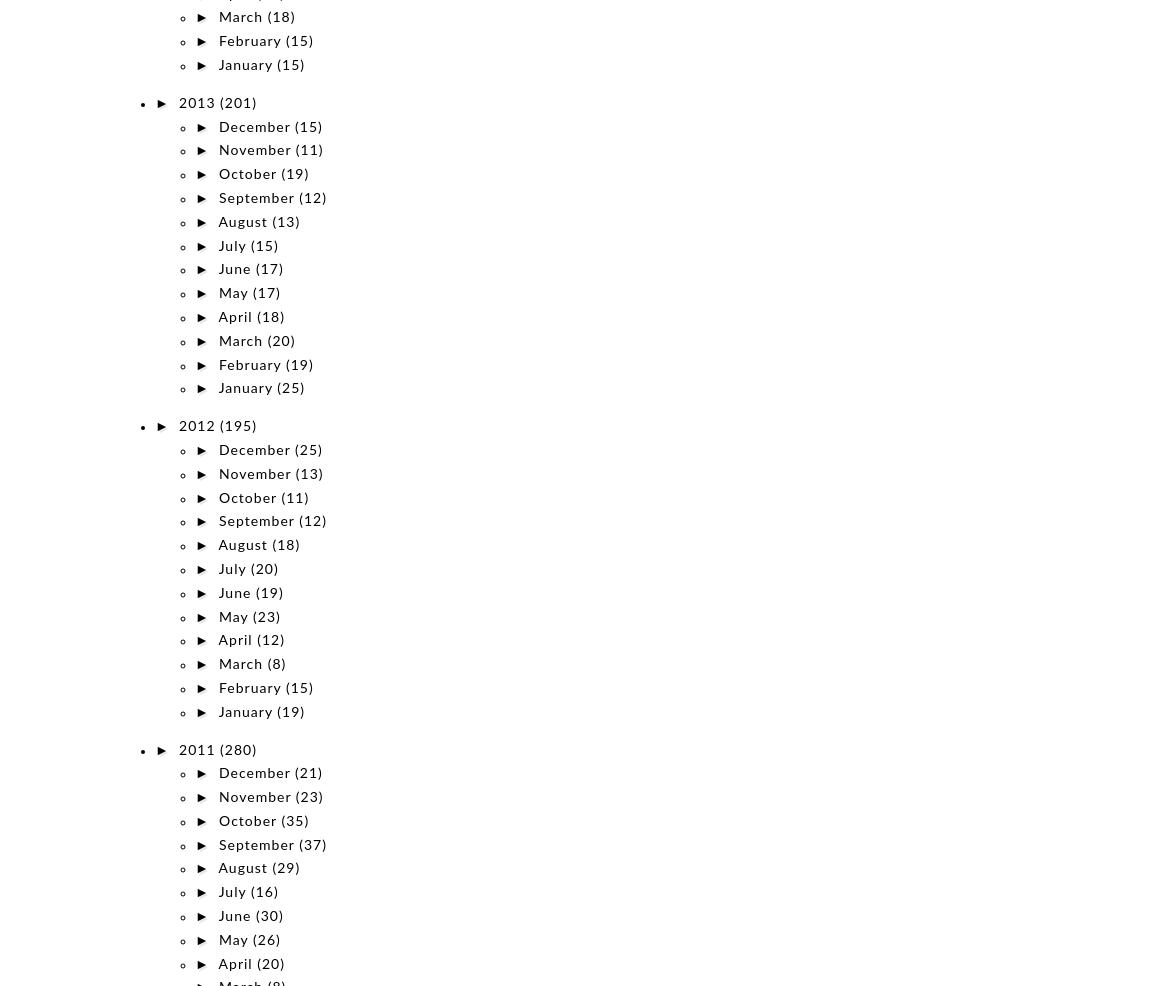 This screenshot has width=1158, height=986. I want to click on '(16)', so click(263, 892).